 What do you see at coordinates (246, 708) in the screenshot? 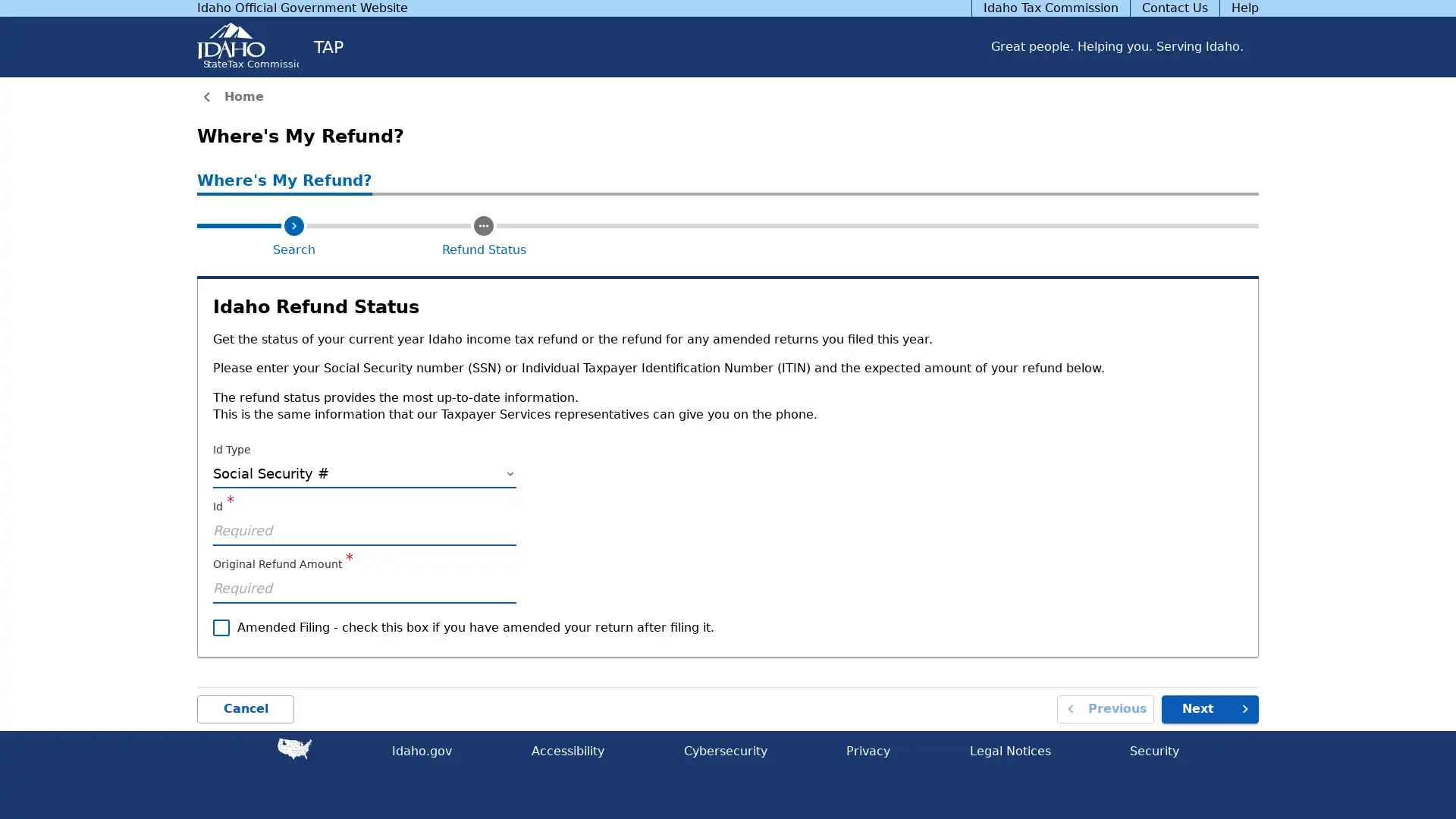
I see `Cancel` at bounding box center [246, 708].